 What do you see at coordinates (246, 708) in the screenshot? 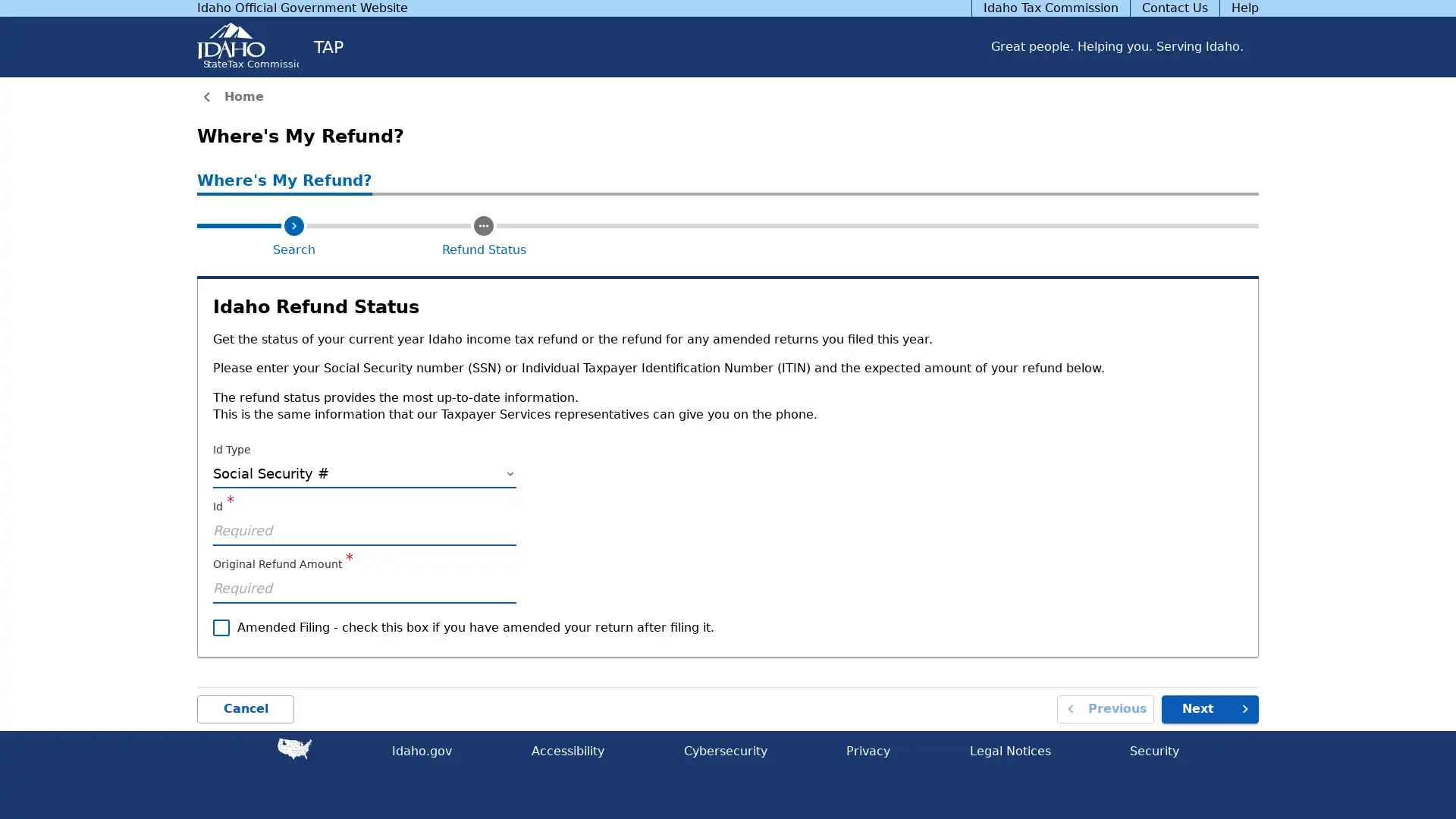
I see `Cancel` at bounding box center [246, 708].